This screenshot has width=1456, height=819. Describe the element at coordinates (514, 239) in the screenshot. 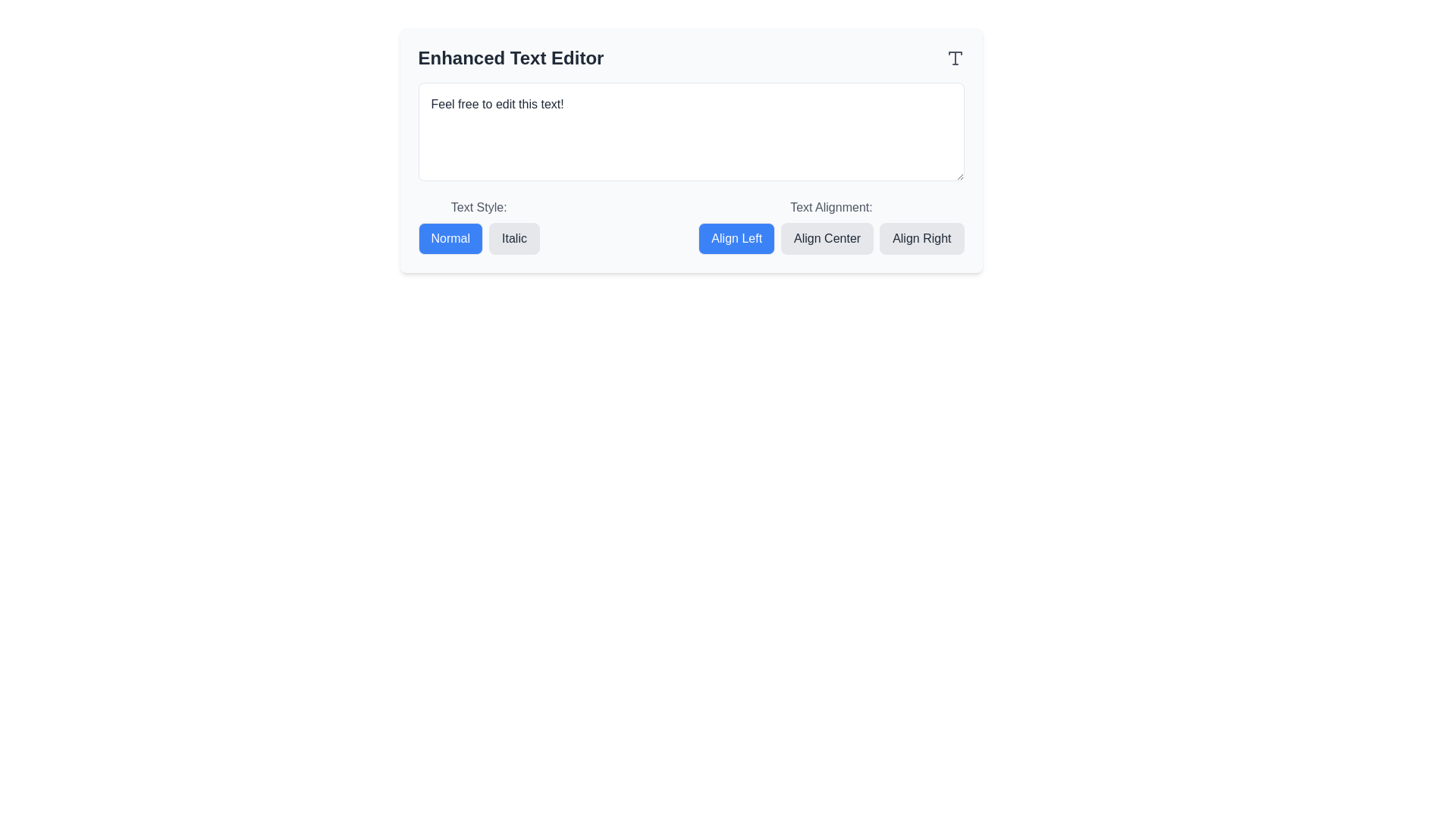

I see `the italic text style toggle button located to the right of the 'Normal' button in the 'Enhanced Text Editor' interface` at that location.